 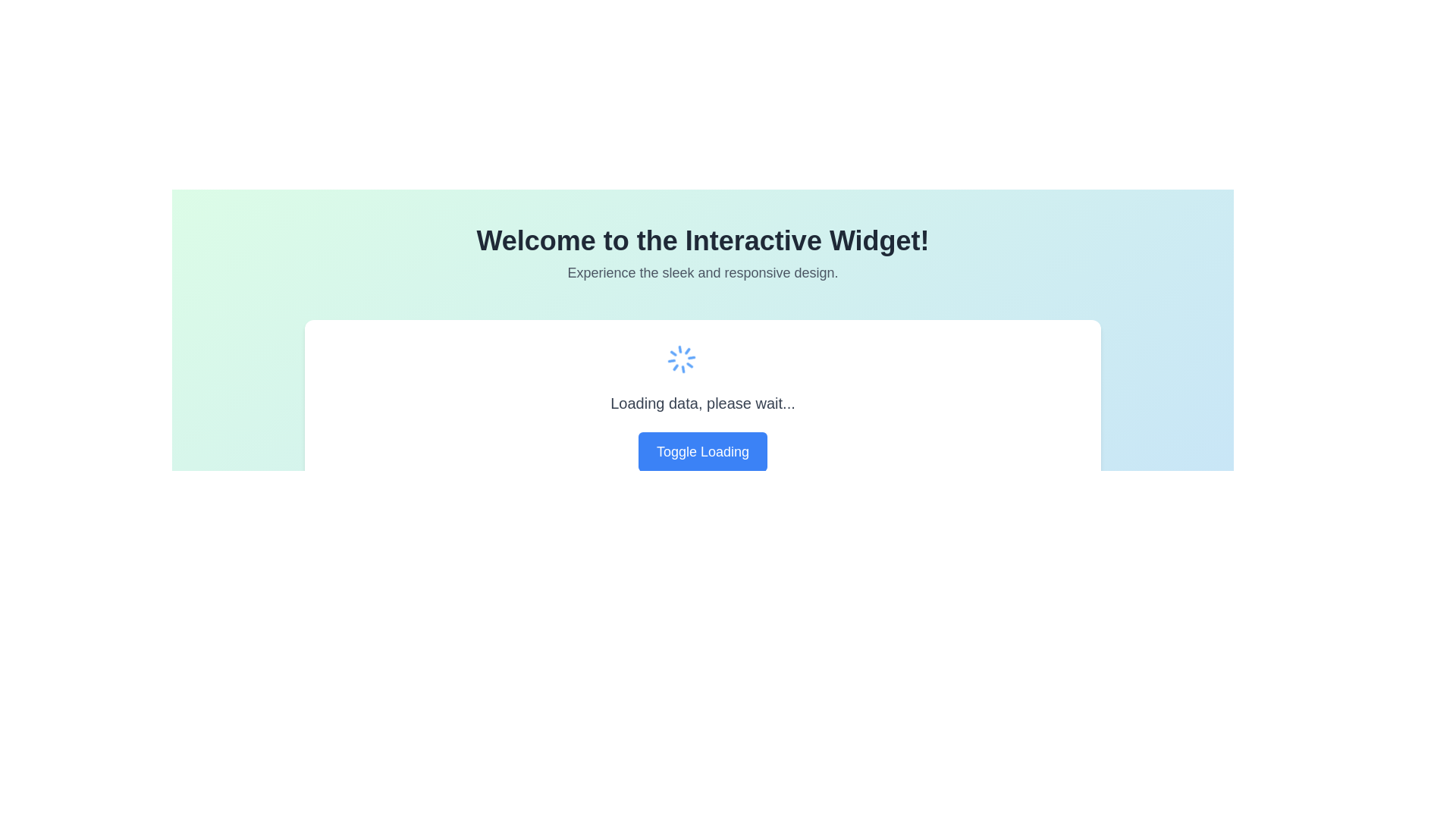 I want to click on the text label displaying 'Loading data, please wait...' which is centrally placed beneath a spinning loader icon and above the 'Toggle Loading' button, so click(x=701, y=403).